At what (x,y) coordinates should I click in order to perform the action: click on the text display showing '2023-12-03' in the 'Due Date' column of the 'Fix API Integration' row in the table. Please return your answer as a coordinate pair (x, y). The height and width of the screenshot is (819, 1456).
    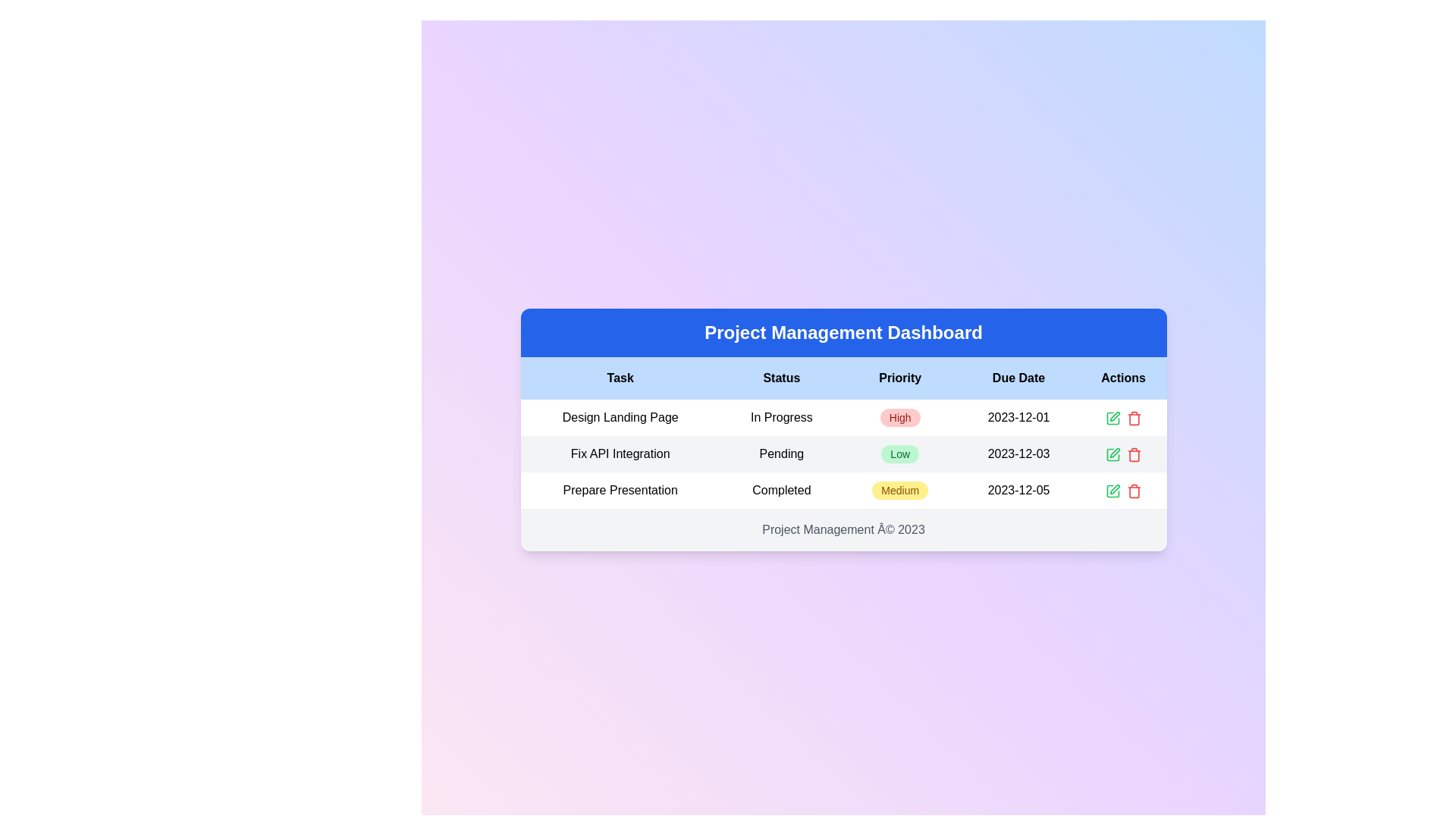
    Looking at the image, I should click on (1018, 453).